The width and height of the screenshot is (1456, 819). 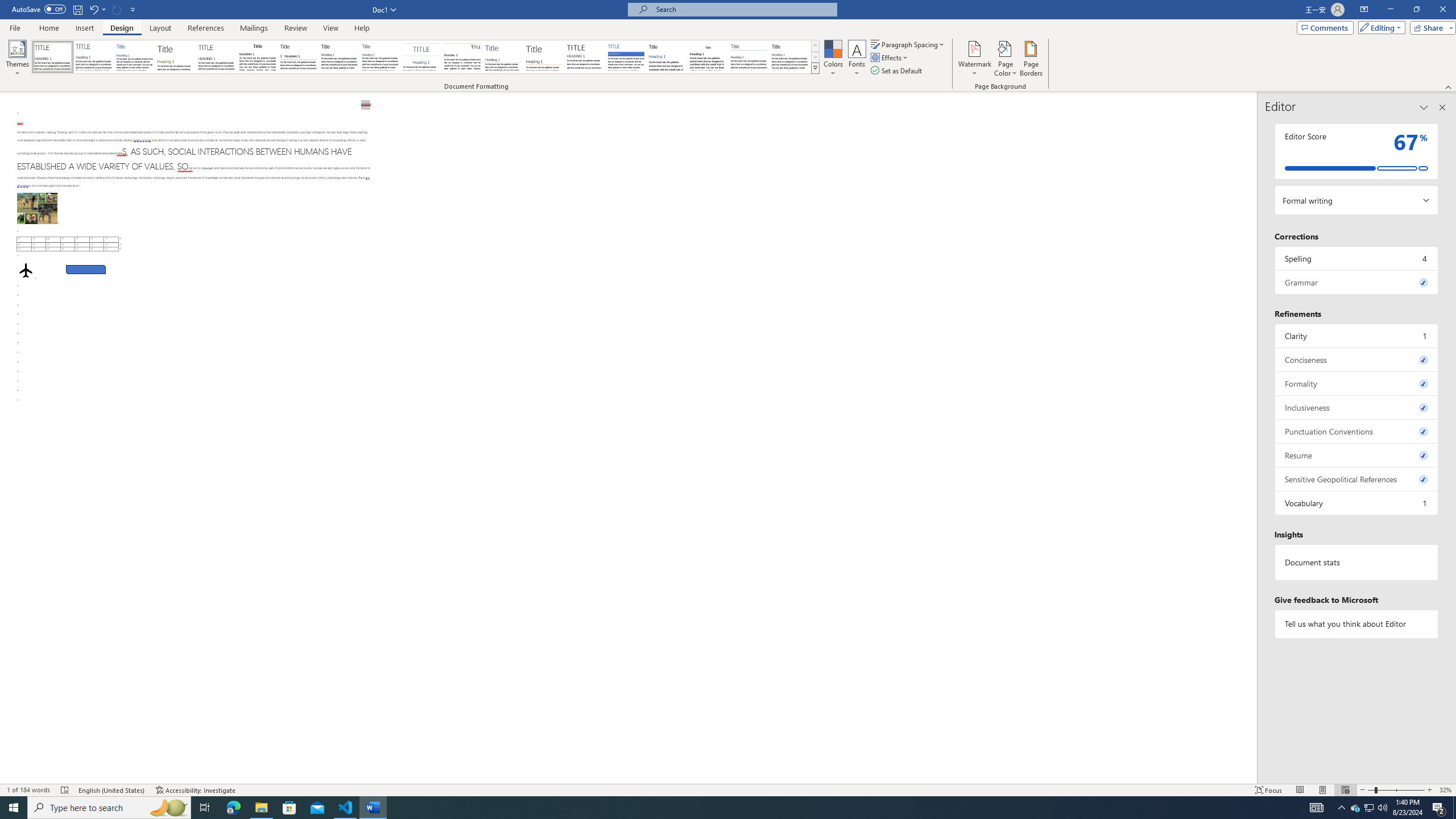 I want to click on 'Fonts', so click(x=856, y=59).